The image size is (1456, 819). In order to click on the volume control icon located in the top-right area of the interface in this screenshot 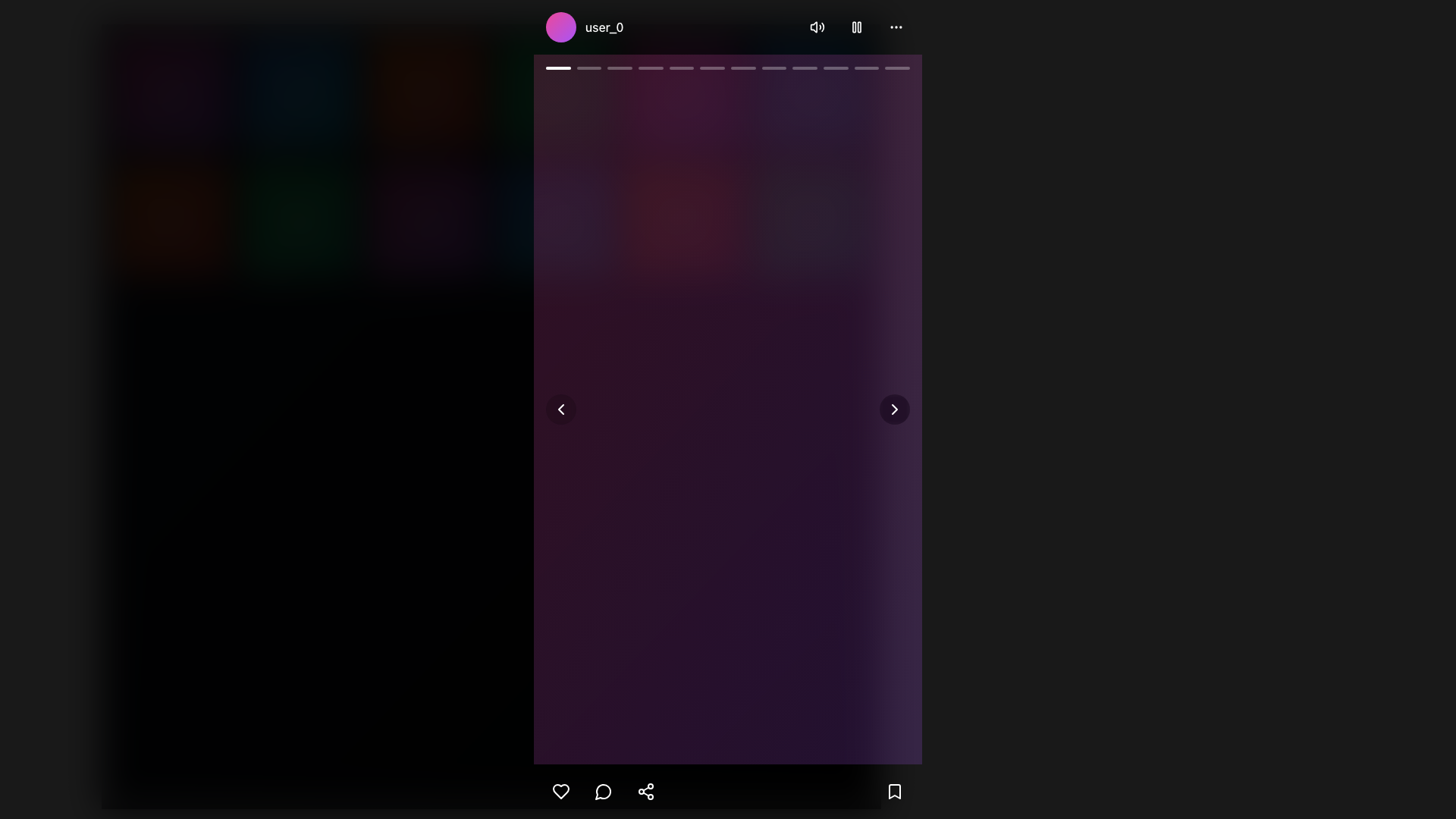, I will do `click(817, 27)`.